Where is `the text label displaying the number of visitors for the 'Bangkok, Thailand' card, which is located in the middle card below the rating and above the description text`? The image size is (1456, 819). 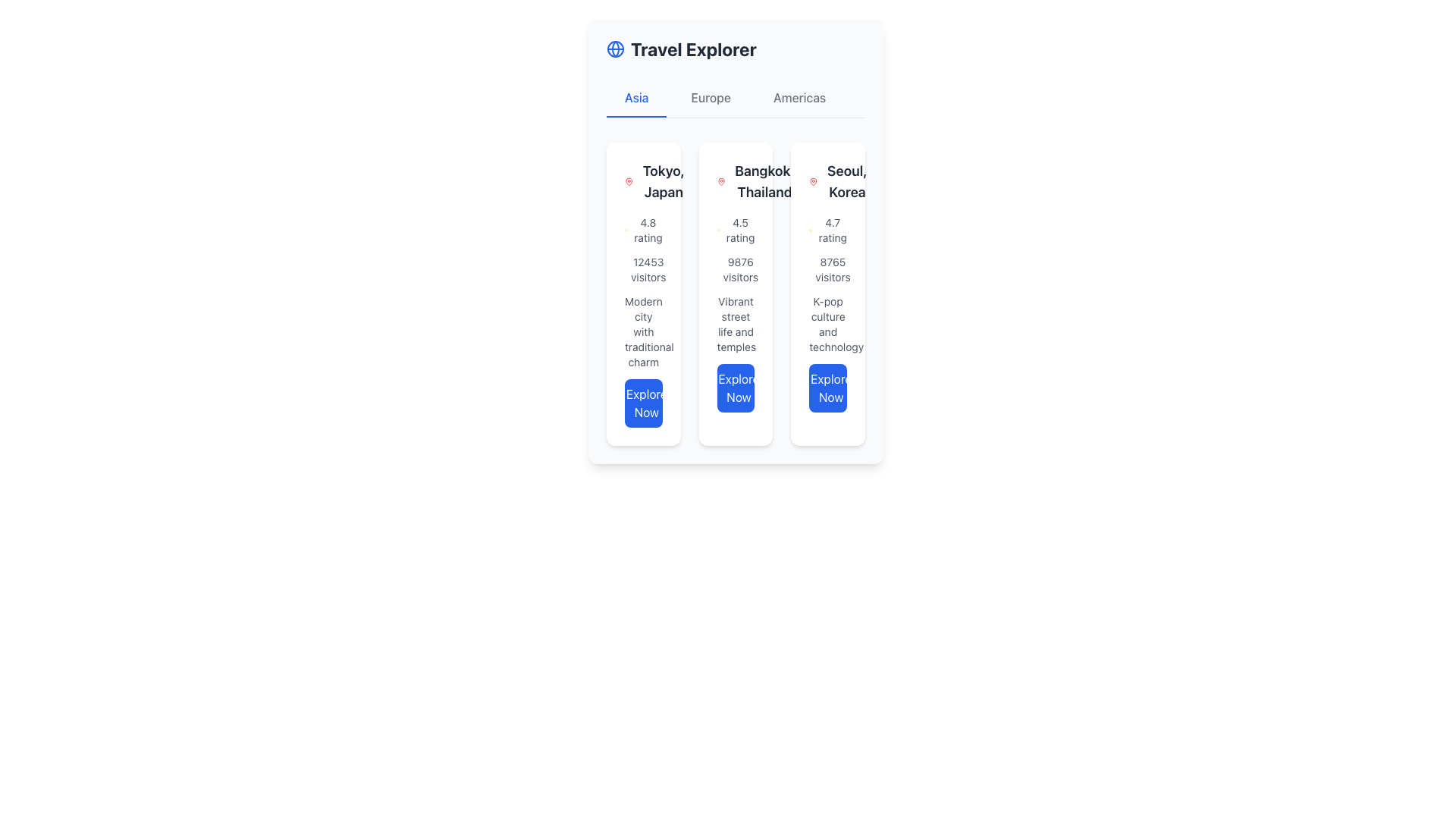 the text label displaying the number of visitors for the 'Bangkok, Thailand' card, which is located in the middle card below the rating and above the description text is located at coordinates (740, 268).